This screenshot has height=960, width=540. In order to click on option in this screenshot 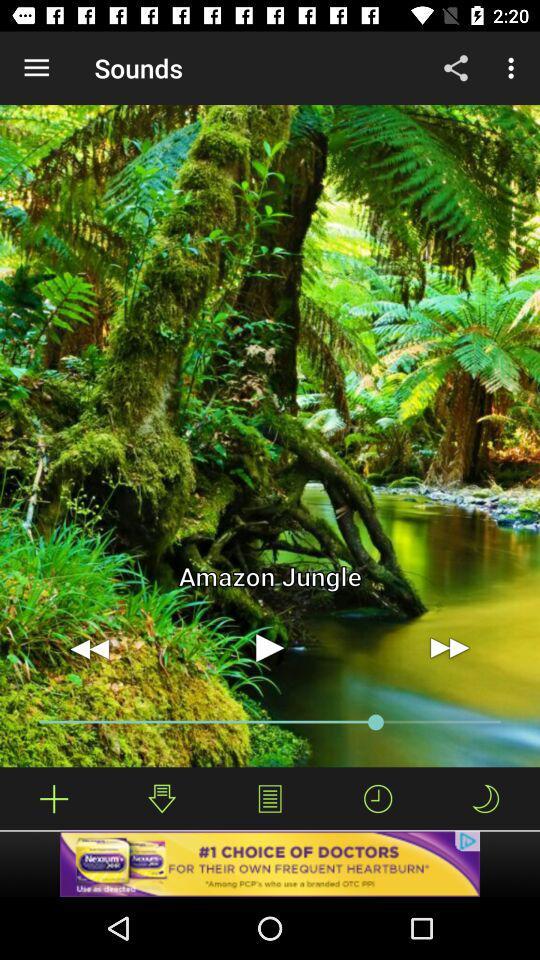, I will do `click(270, 647)`.